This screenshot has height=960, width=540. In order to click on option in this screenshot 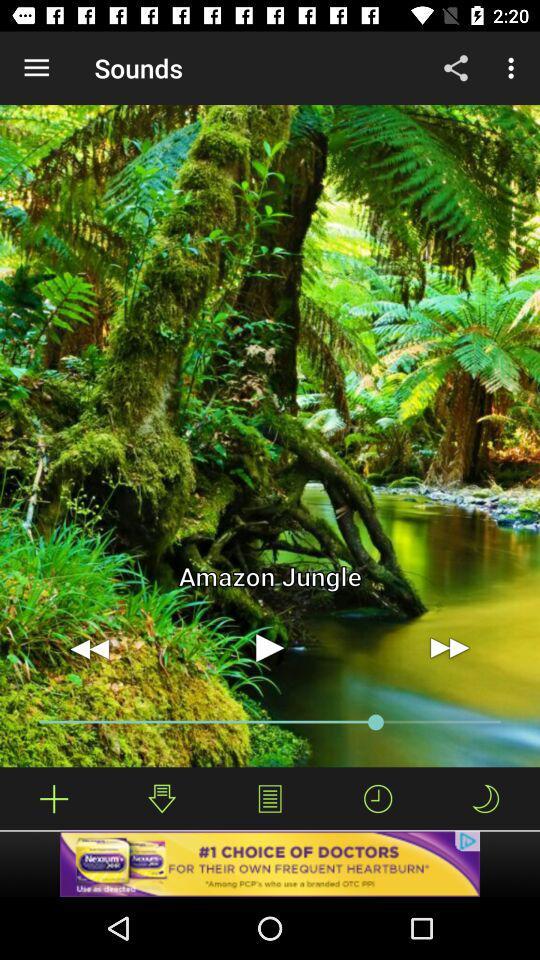, I will do `click(270, 647)`.